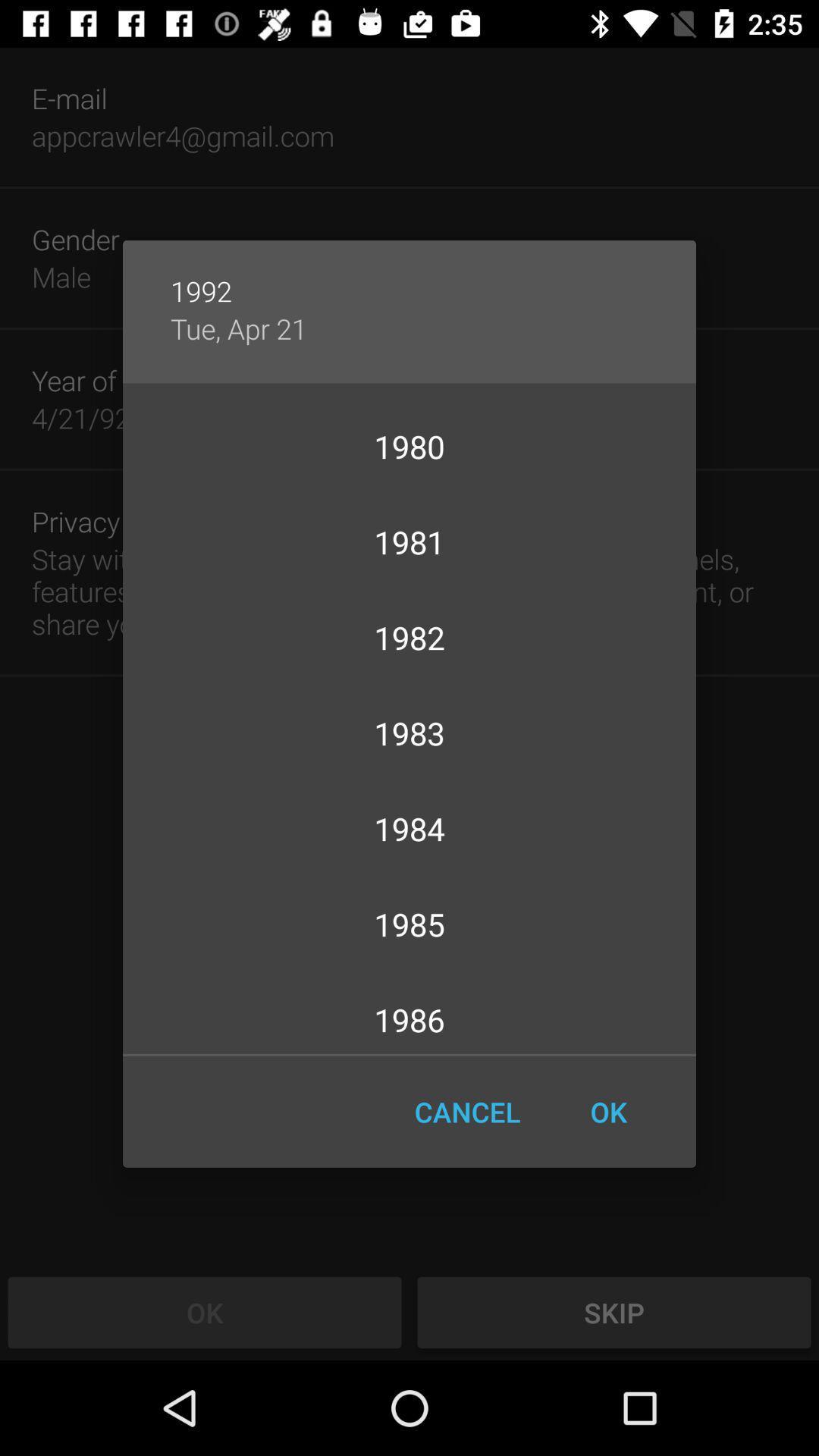 This screenshot has width=819, height=1456. I want to click on app below the 1992 app, so click(239, 328).